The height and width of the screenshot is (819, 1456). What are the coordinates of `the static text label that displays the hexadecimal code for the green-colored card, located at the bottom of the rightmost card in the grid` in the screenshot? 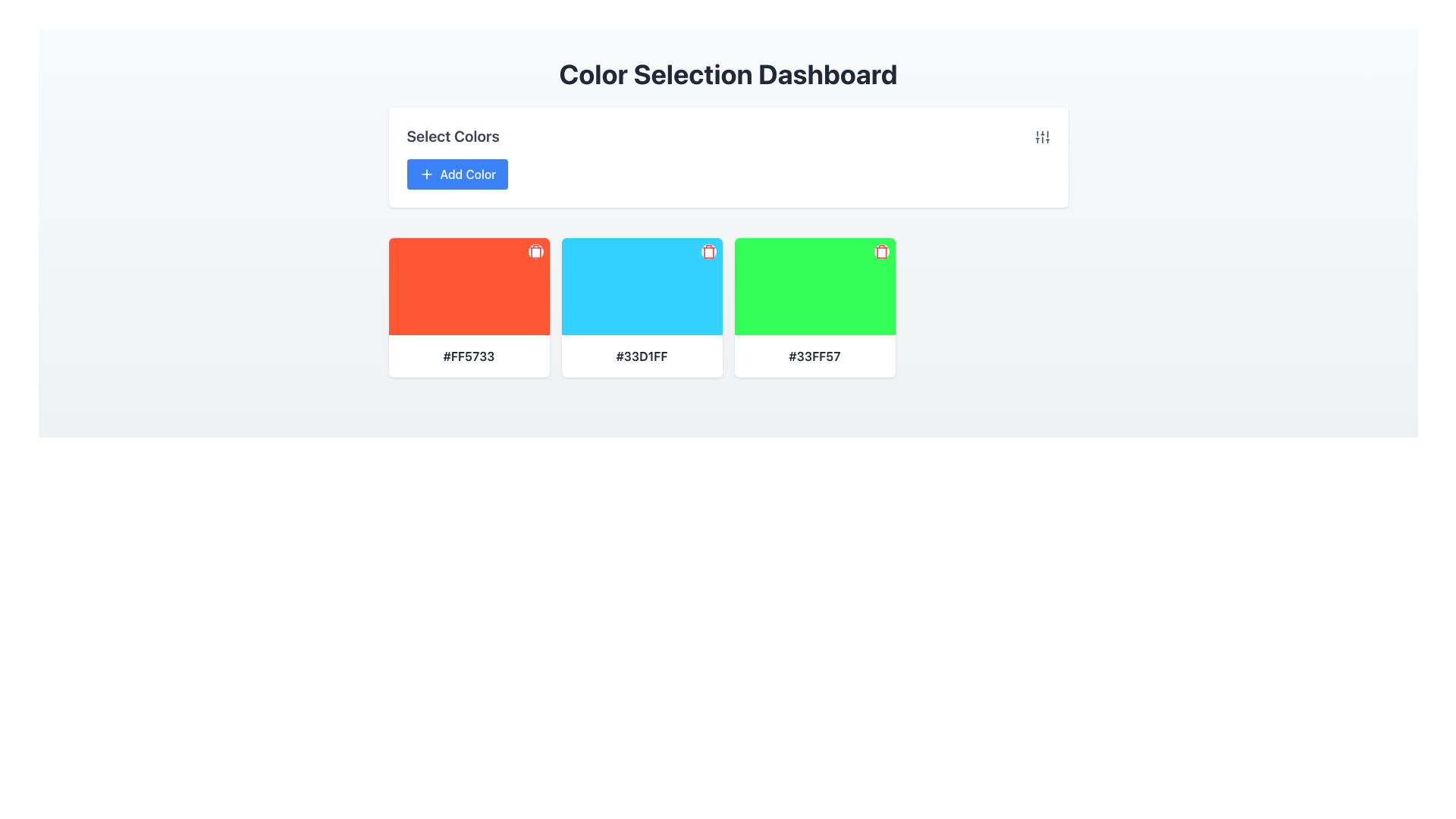 It's located at (814, 356).